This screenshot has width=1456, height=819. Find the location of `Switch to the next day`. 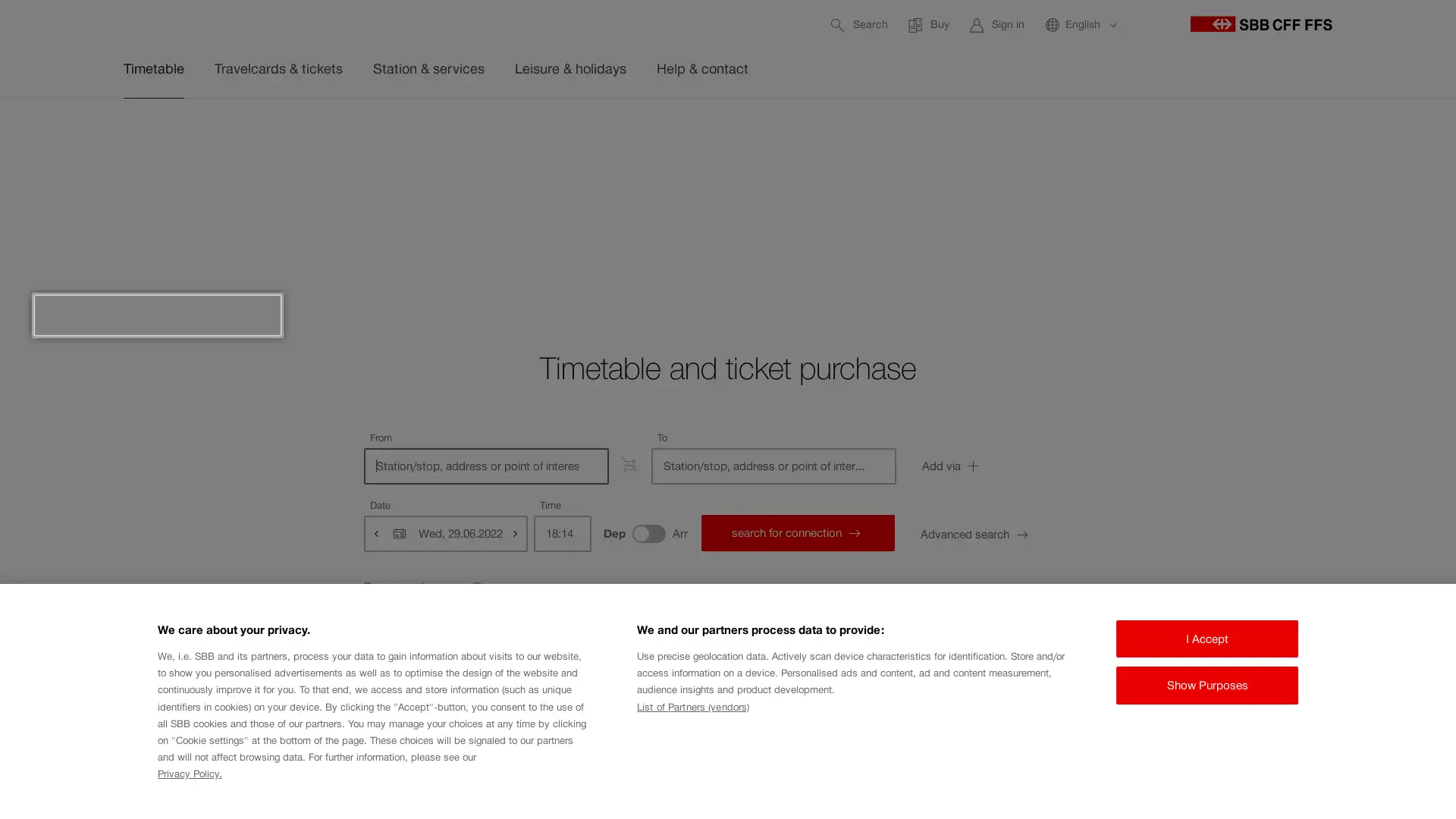

Switch to the next day is located at coordinates (513, 532).